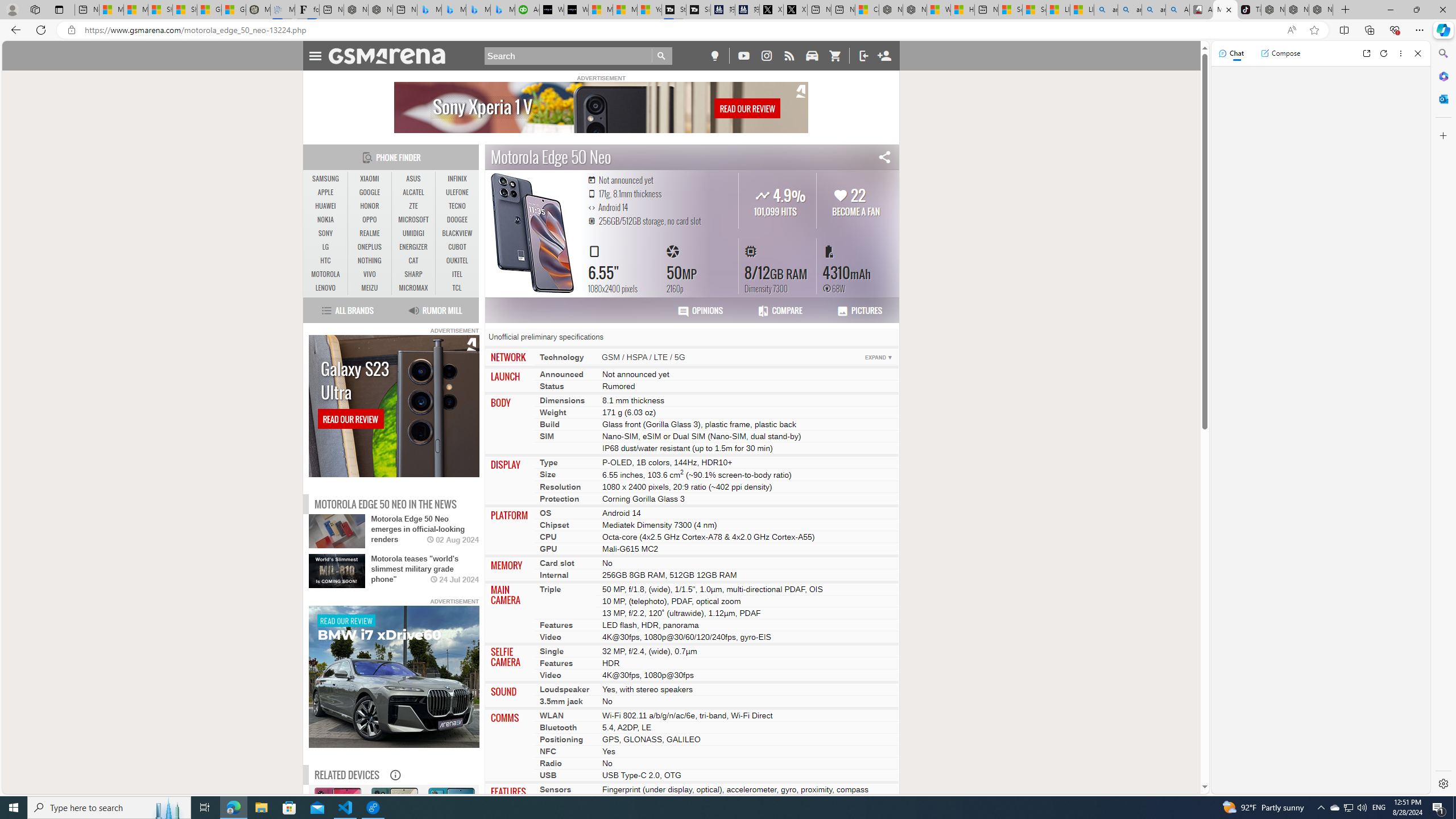  I want to click on 'MEIZU', so click(369, 287).